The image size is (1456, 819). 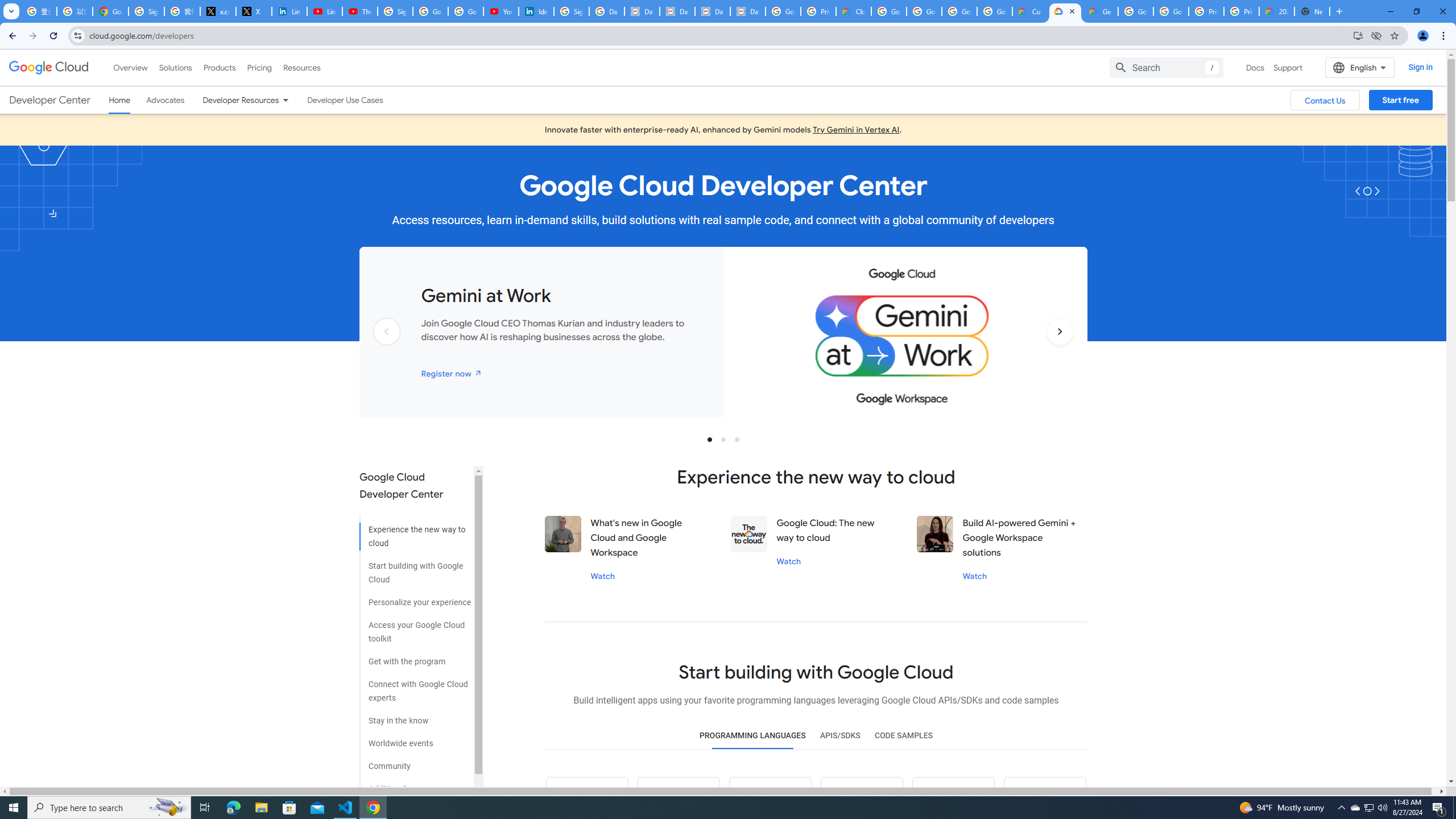 I want to click on 'Google Cloud', so click(x=48, y=67).